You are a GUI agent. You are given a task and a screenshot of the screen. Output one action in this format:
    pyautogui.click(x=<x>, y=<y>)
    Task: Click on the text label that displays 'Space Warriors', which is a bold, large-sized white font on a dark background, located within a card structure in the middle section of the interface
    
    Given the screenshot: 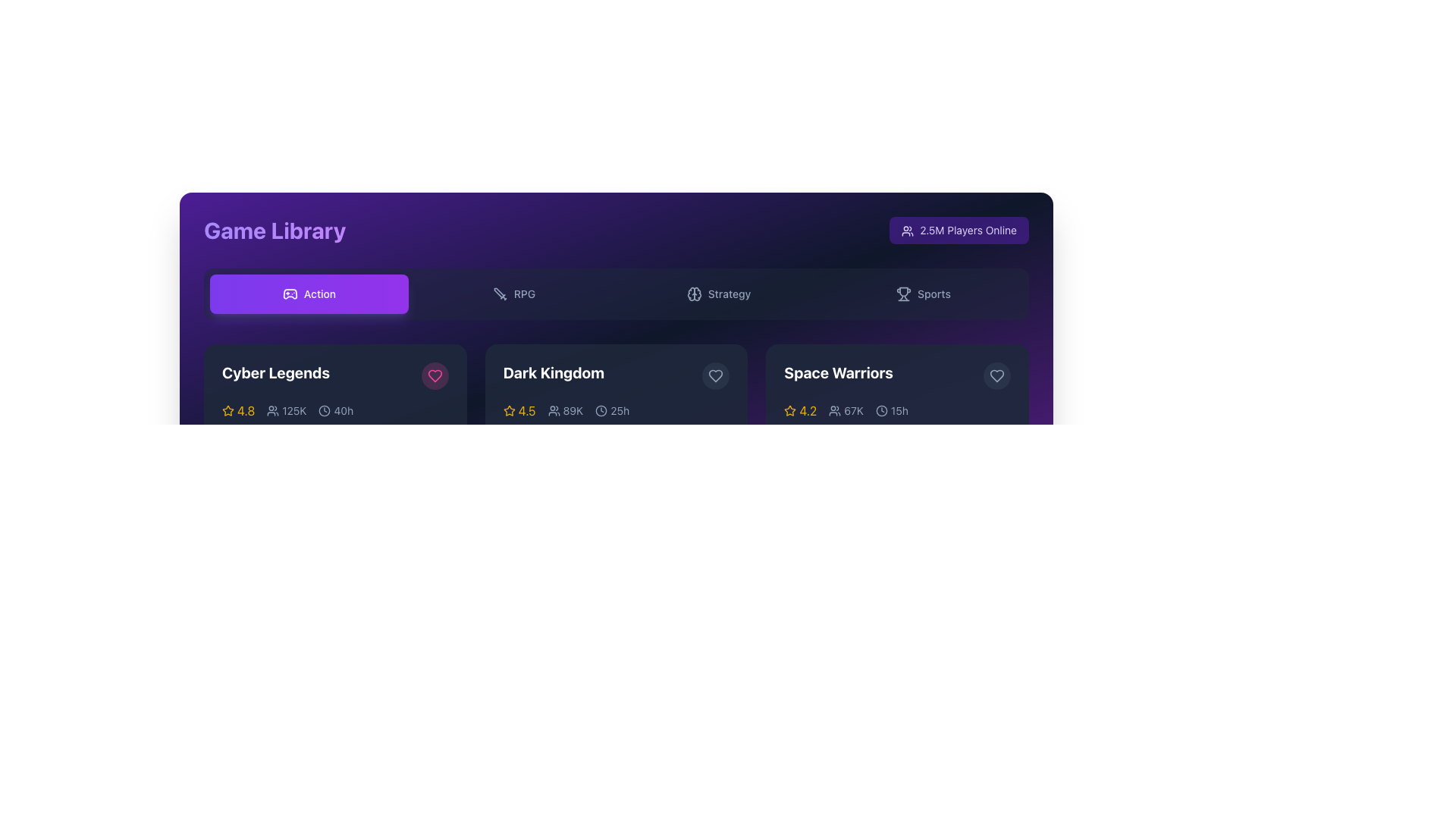 What is the action you would take?
    pyautogui.click(x=838, y=373)
    